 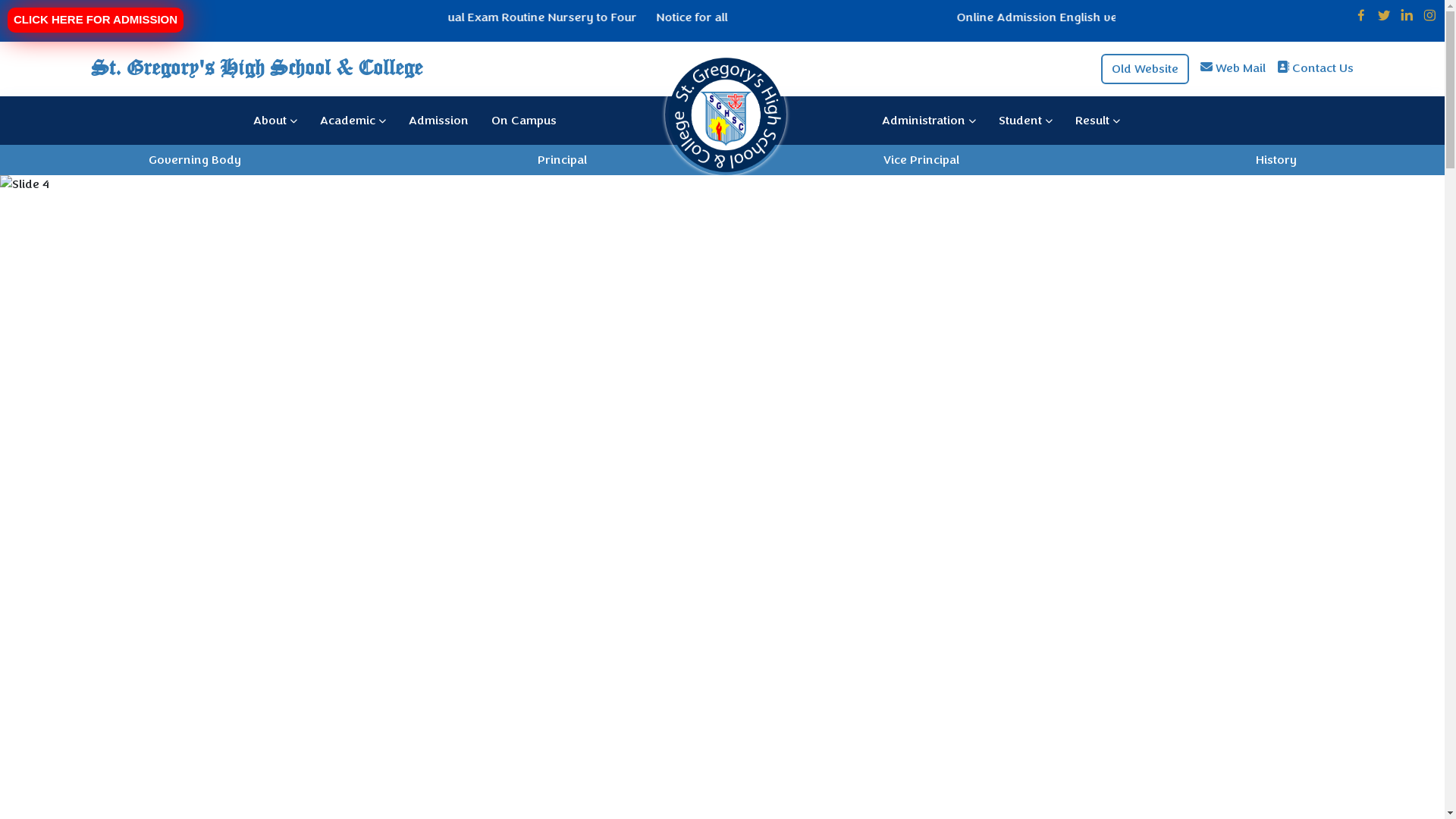 I want to click on 'Student', so click(x=1025, y=119).